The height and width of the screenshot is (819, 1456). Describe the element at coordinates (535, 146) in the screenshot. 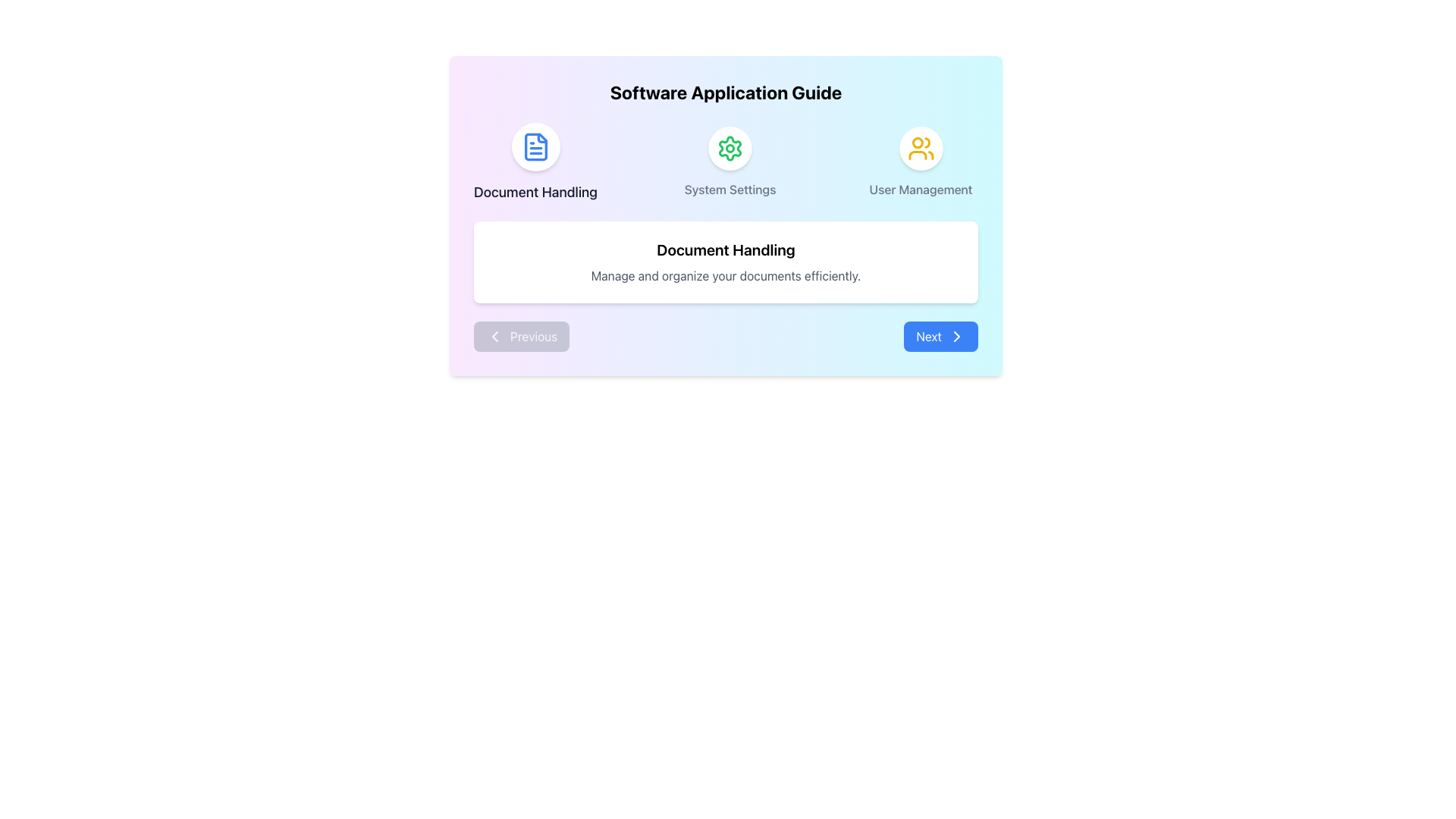

I see `the circular white icon with a blue file-text graphic in the 'Document Handling' section` at that location.